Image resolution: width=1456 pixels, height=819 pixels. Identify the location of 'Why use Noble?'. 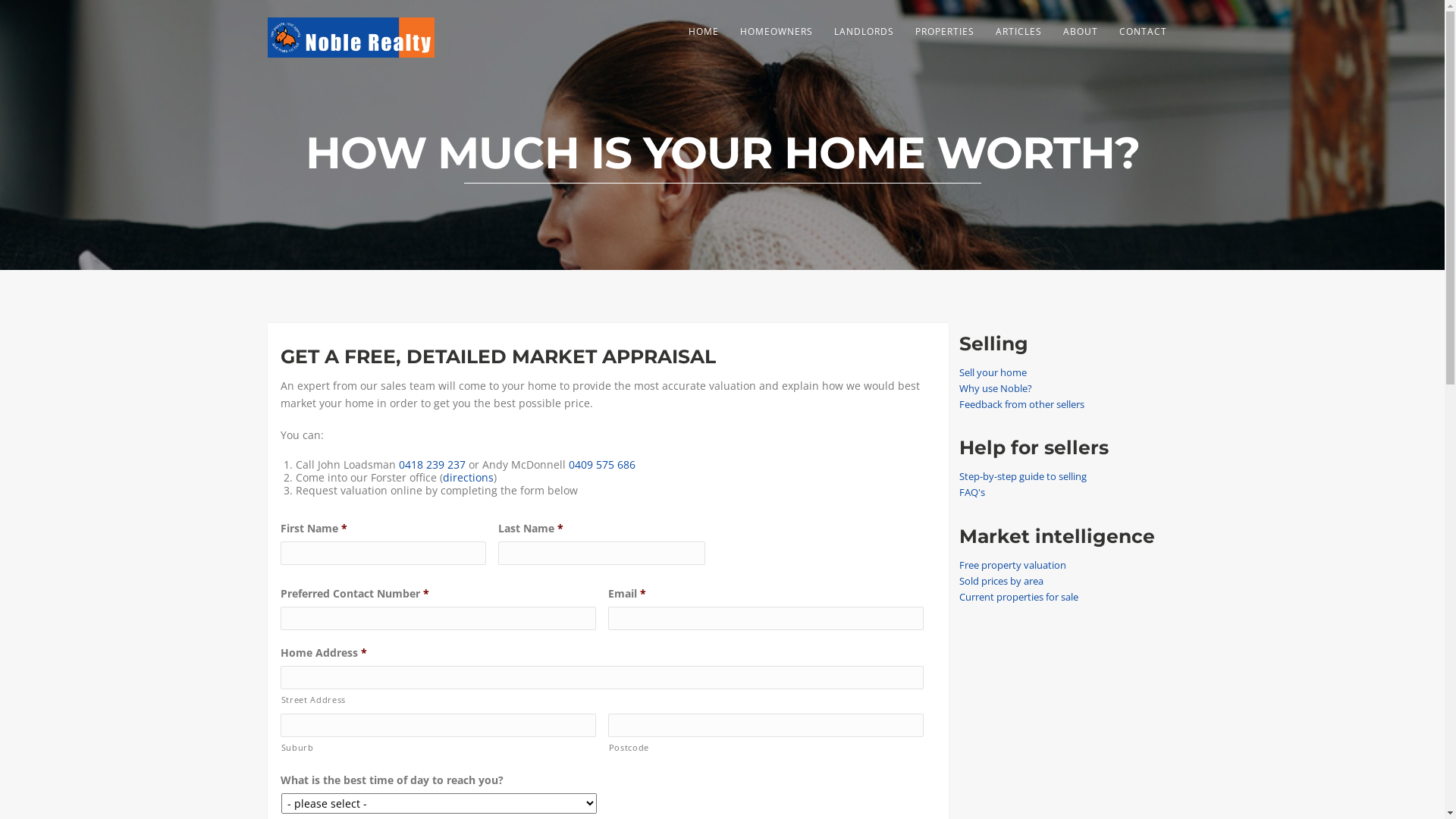
(994, 388).